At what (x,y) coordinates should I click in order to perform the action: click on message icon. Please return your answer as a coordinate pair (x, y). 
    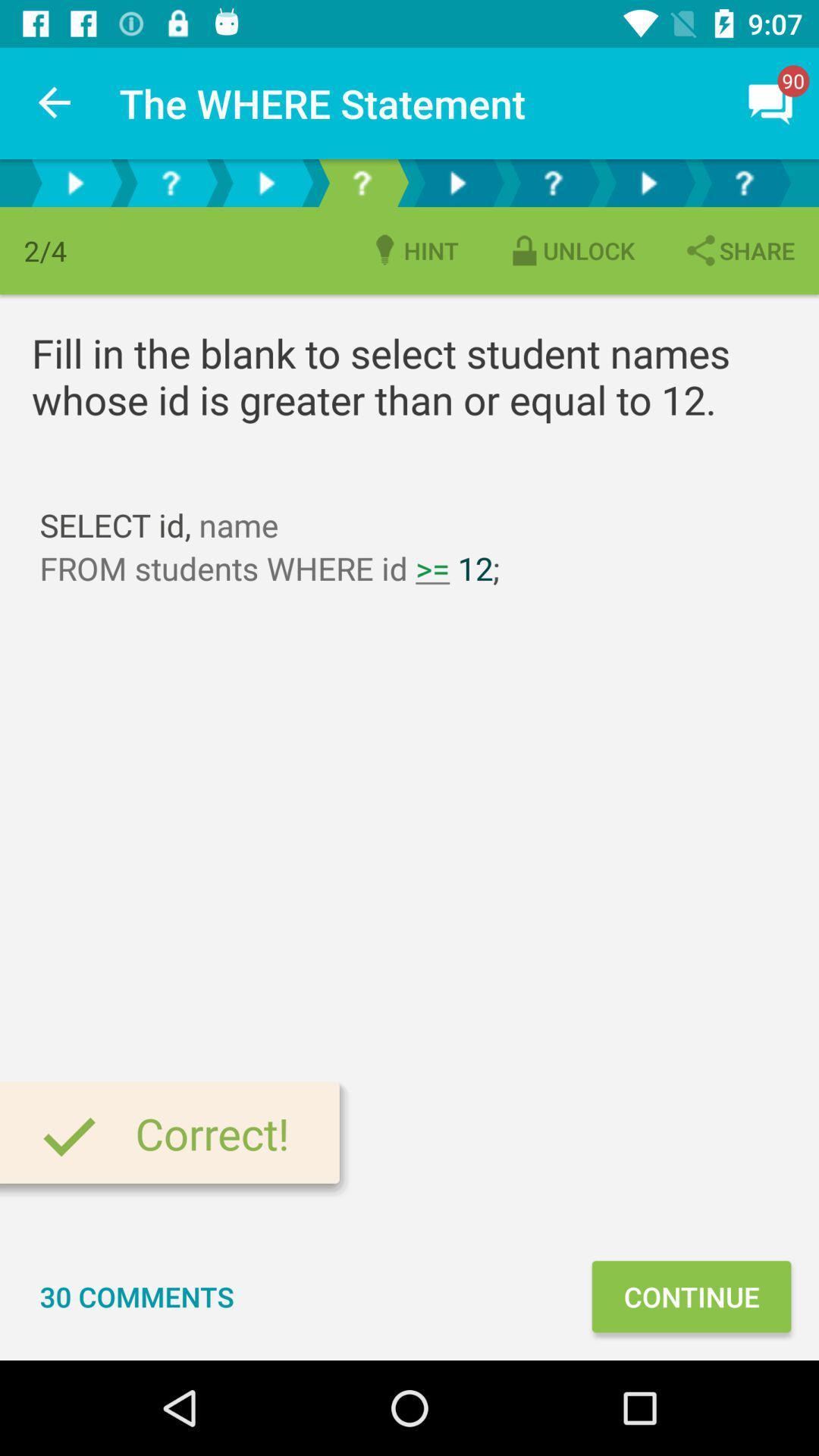
    Looking at the image, I should click on (771, 103).